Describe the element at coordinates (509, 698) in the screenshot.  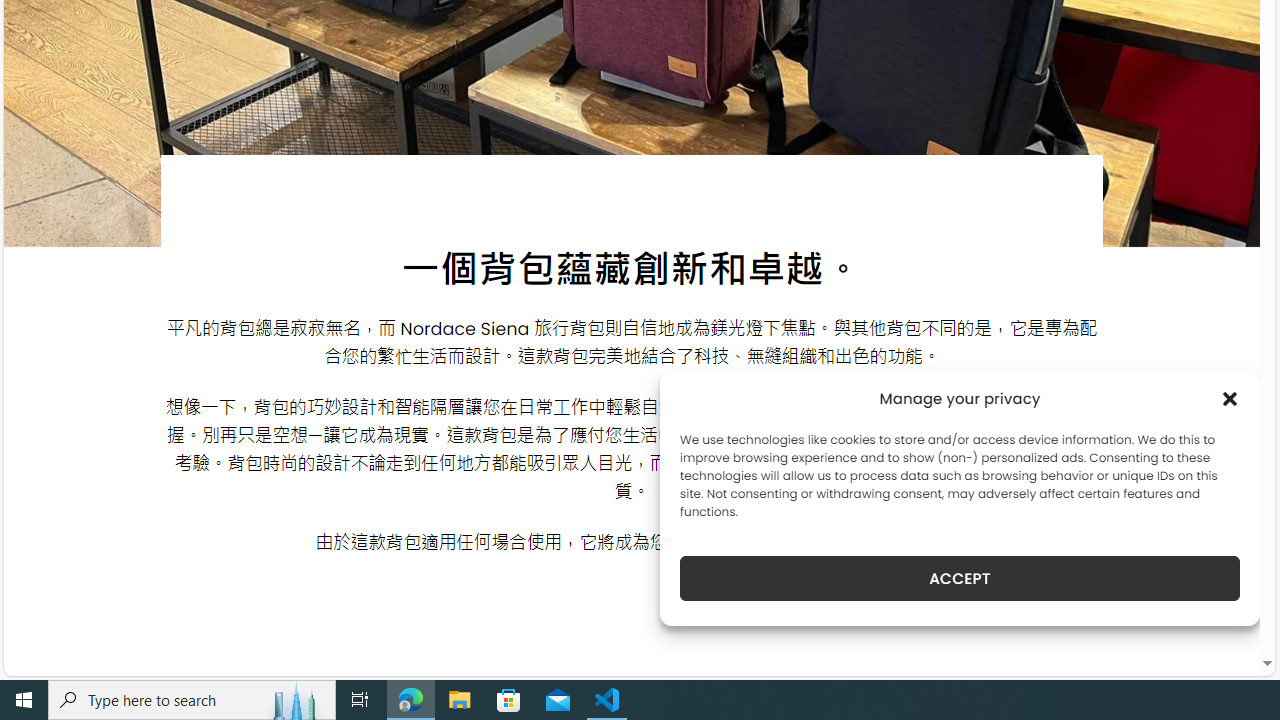
I see `'Microsoft Store'` at that location.